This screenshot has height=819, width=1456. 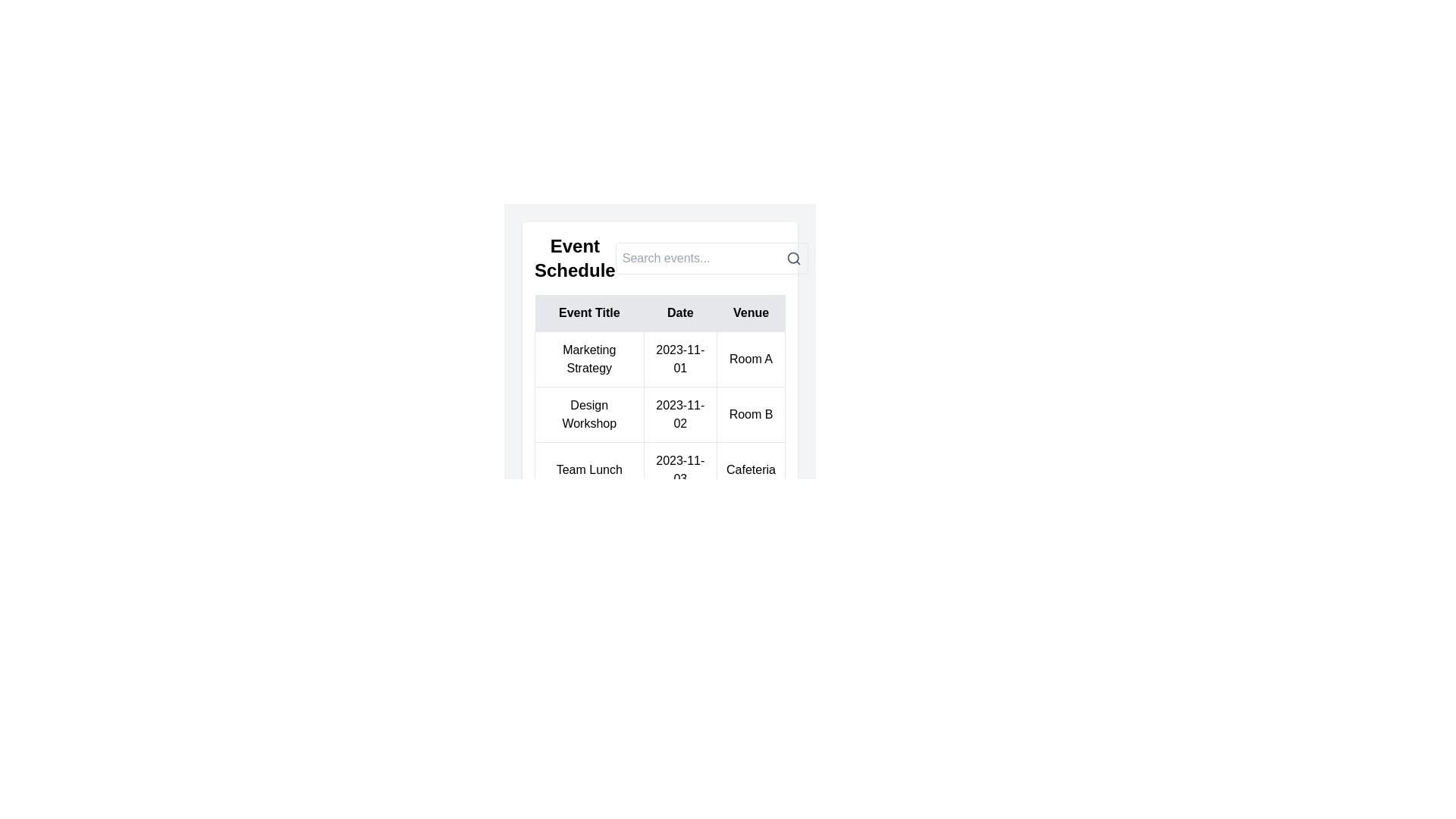 I want to click on the 'Team Lunch' table row in the third row of the table, so click(x=660, y=469).